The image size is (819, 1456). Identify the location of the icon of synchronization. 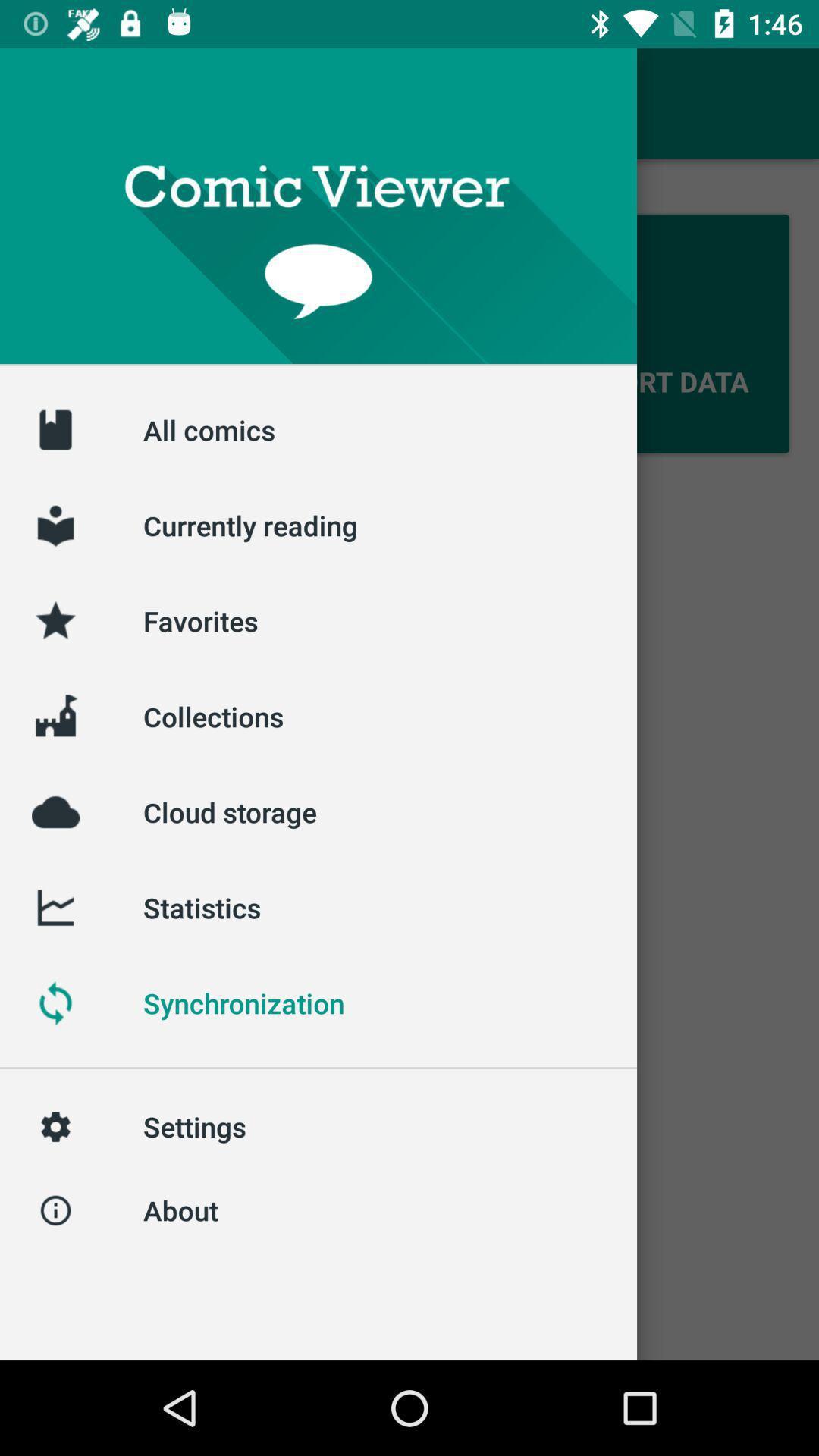
(55, 1003).